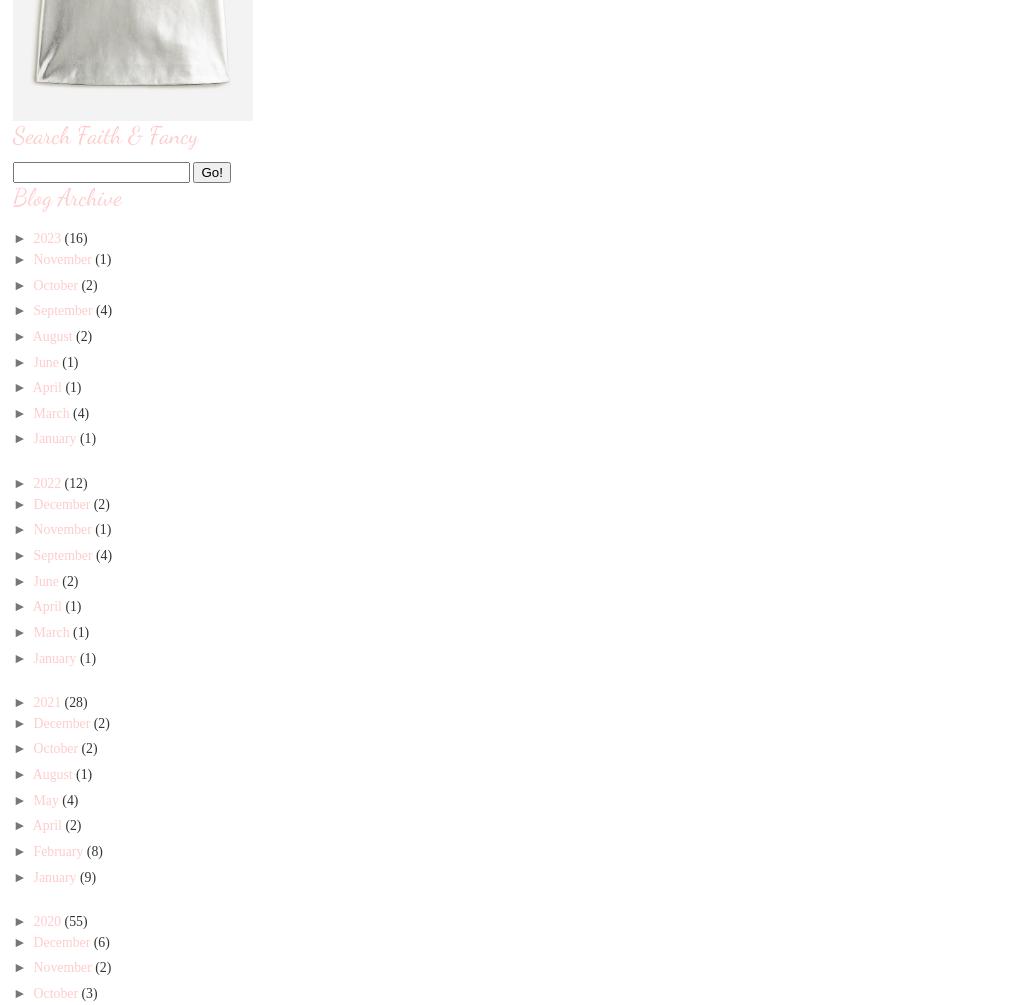  I want to click on '2020', so click(32, 919).